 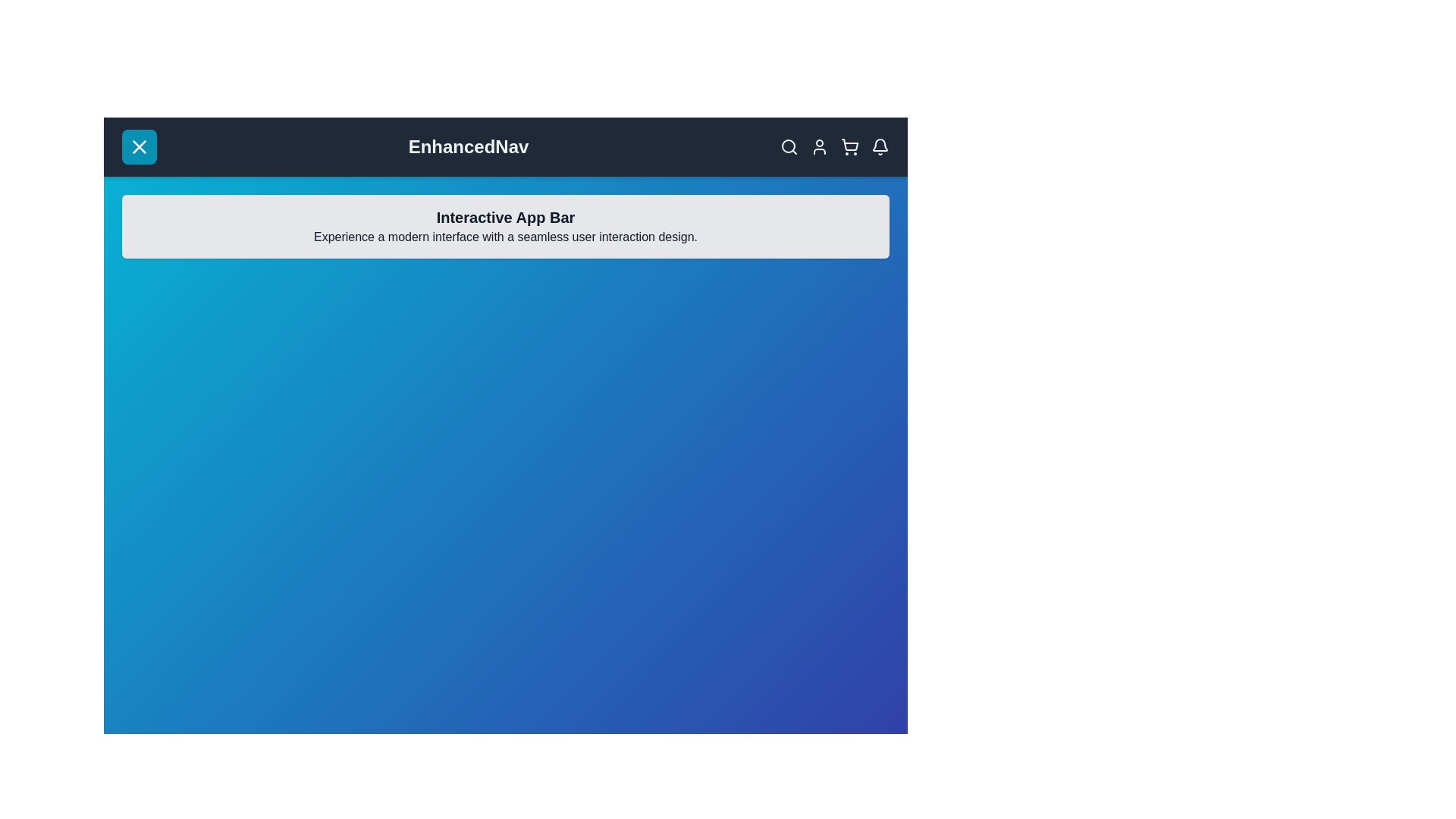 I want to click on the shopping cart icon in the top-right of the app bar, so click(x=850, y=146).